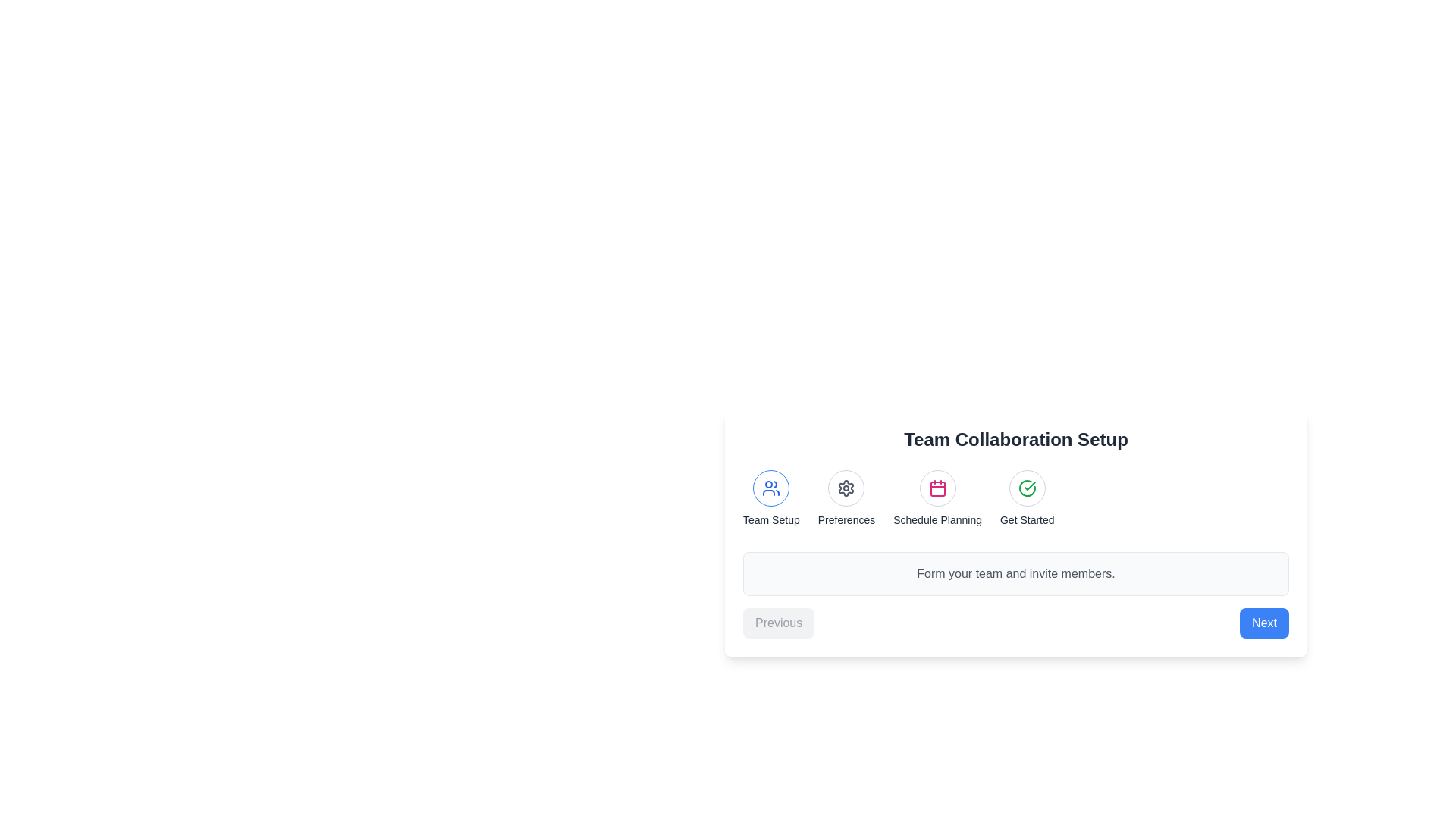 This screenshot has width=1456, height=819. I want to click on the fourth icon from the left in the 'Get Started' group, which visually indicates a successful or completed state, so click(1027, 488).